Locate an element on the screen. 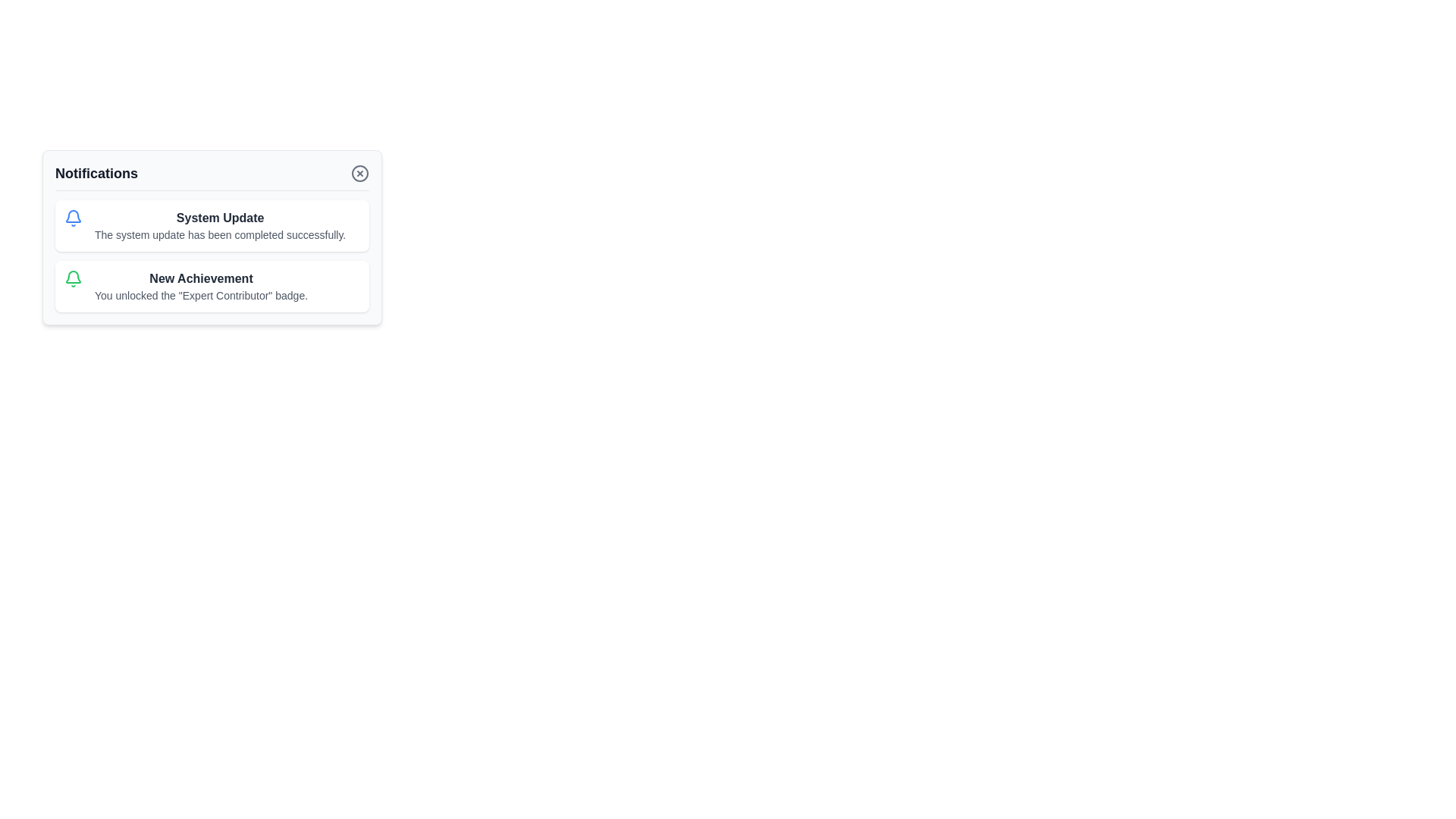  the text label displaying 'New Achievement' in the notification area, which is the second entry of the list is located at coordinates (200, 278).